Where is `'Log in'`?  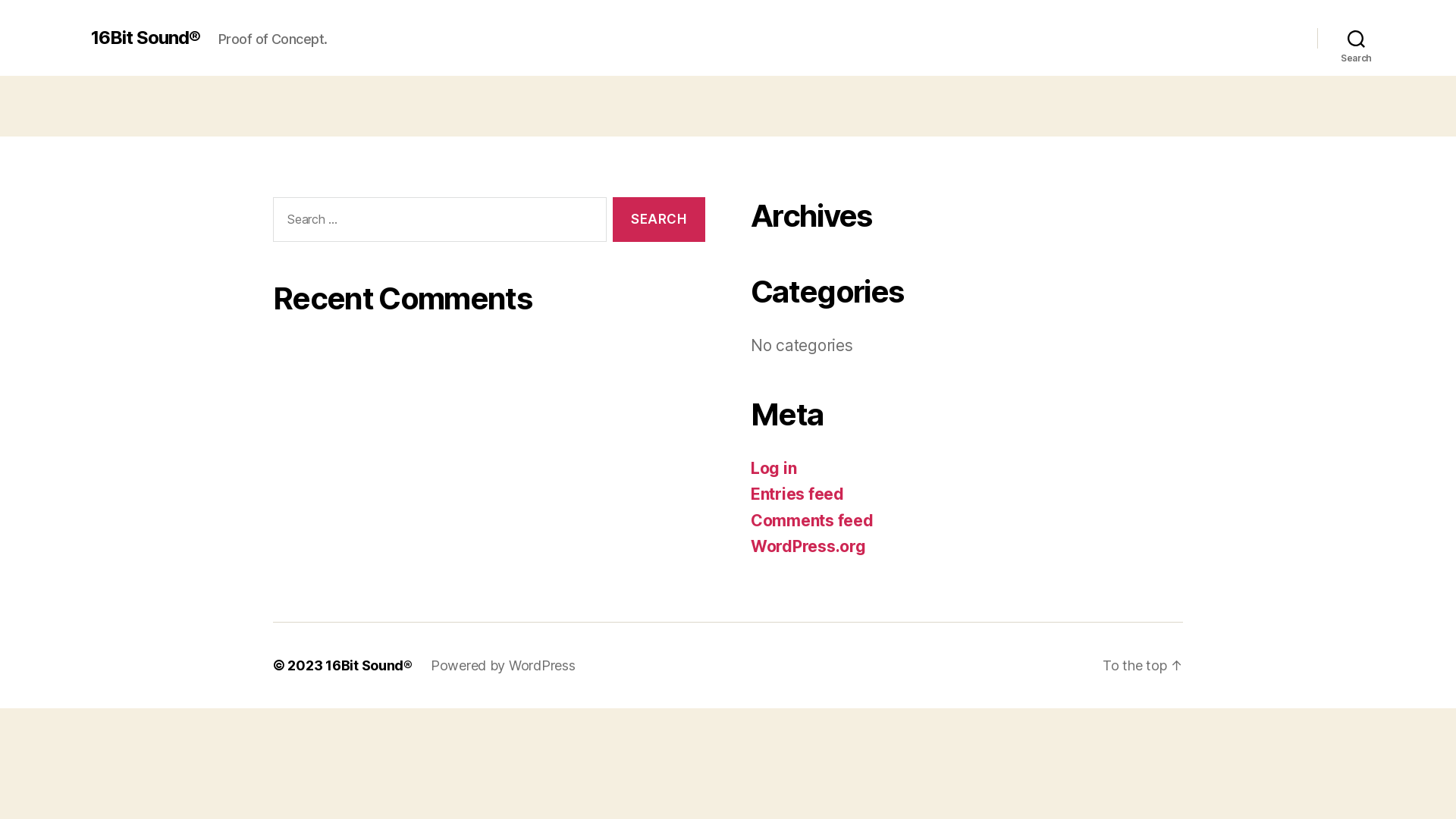 'Log in' is located at coordinates (773, 466).